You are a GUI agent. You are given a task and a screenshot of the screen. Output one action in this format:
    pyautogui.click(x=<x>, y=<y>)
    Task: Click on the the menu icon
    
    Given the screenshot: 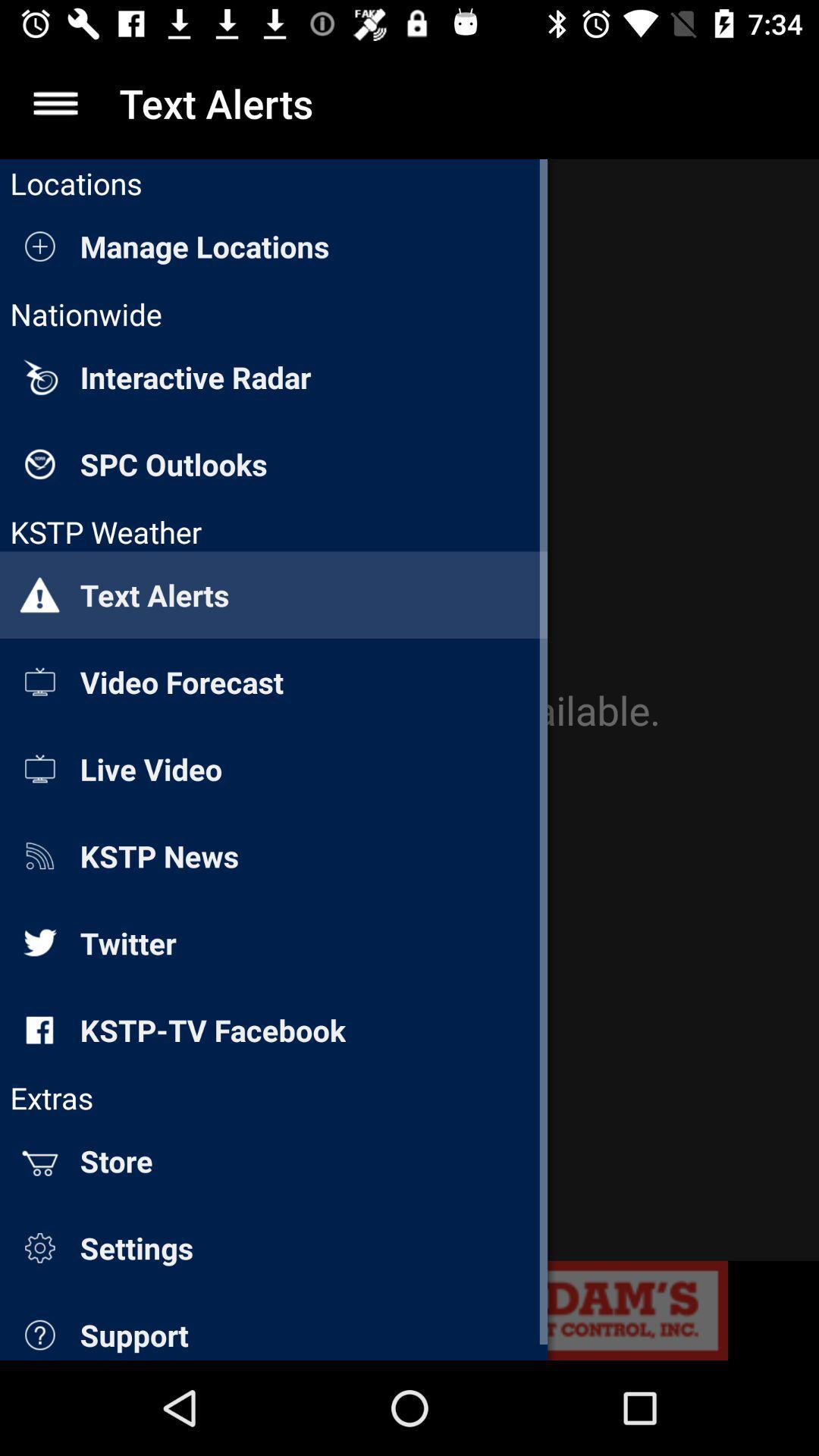 What is the action you would take?
    pyautogui.click(x=55, y=102)
    